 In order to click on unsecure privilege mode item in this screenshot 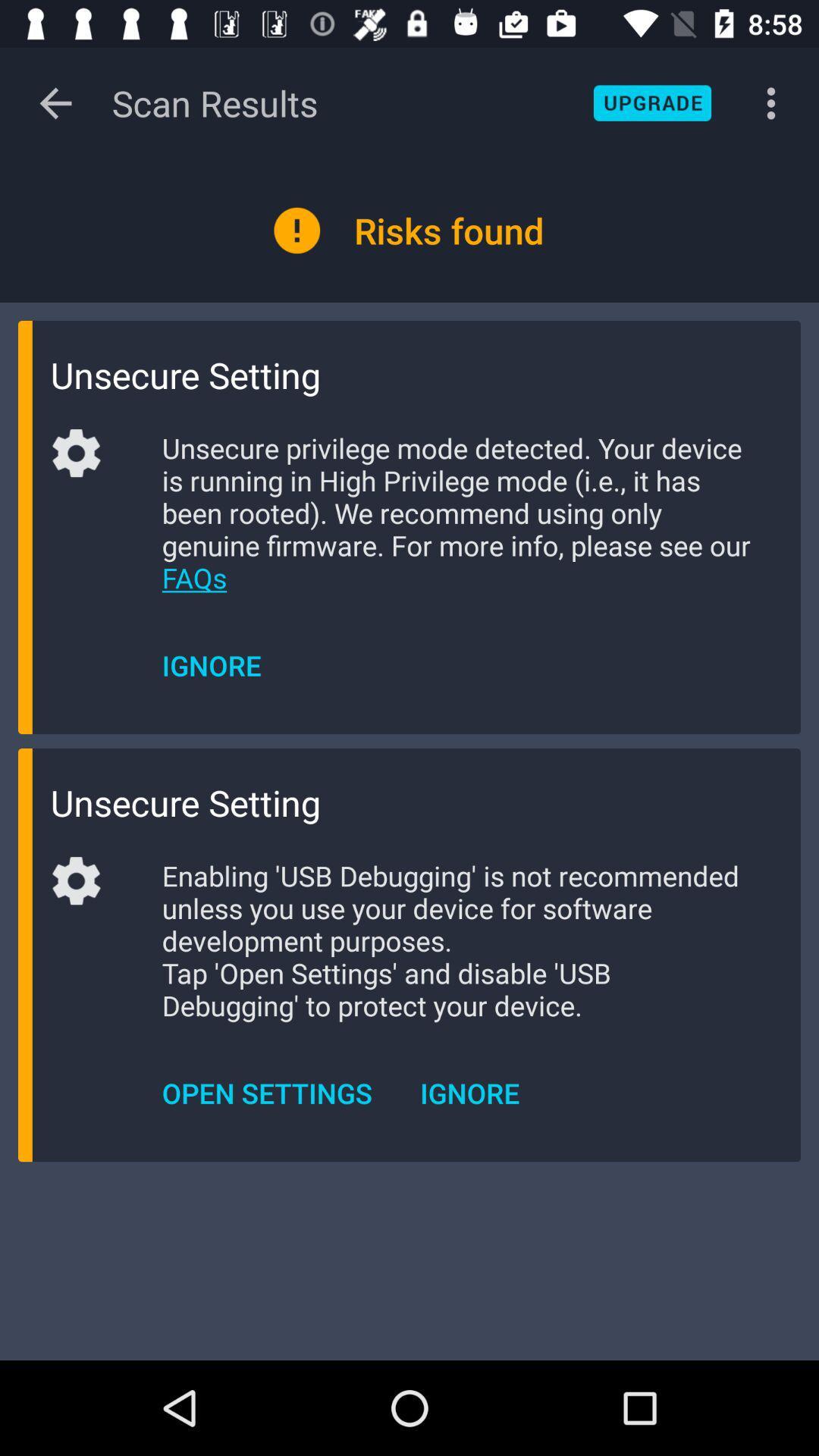, I will do `click(457, 513)`.